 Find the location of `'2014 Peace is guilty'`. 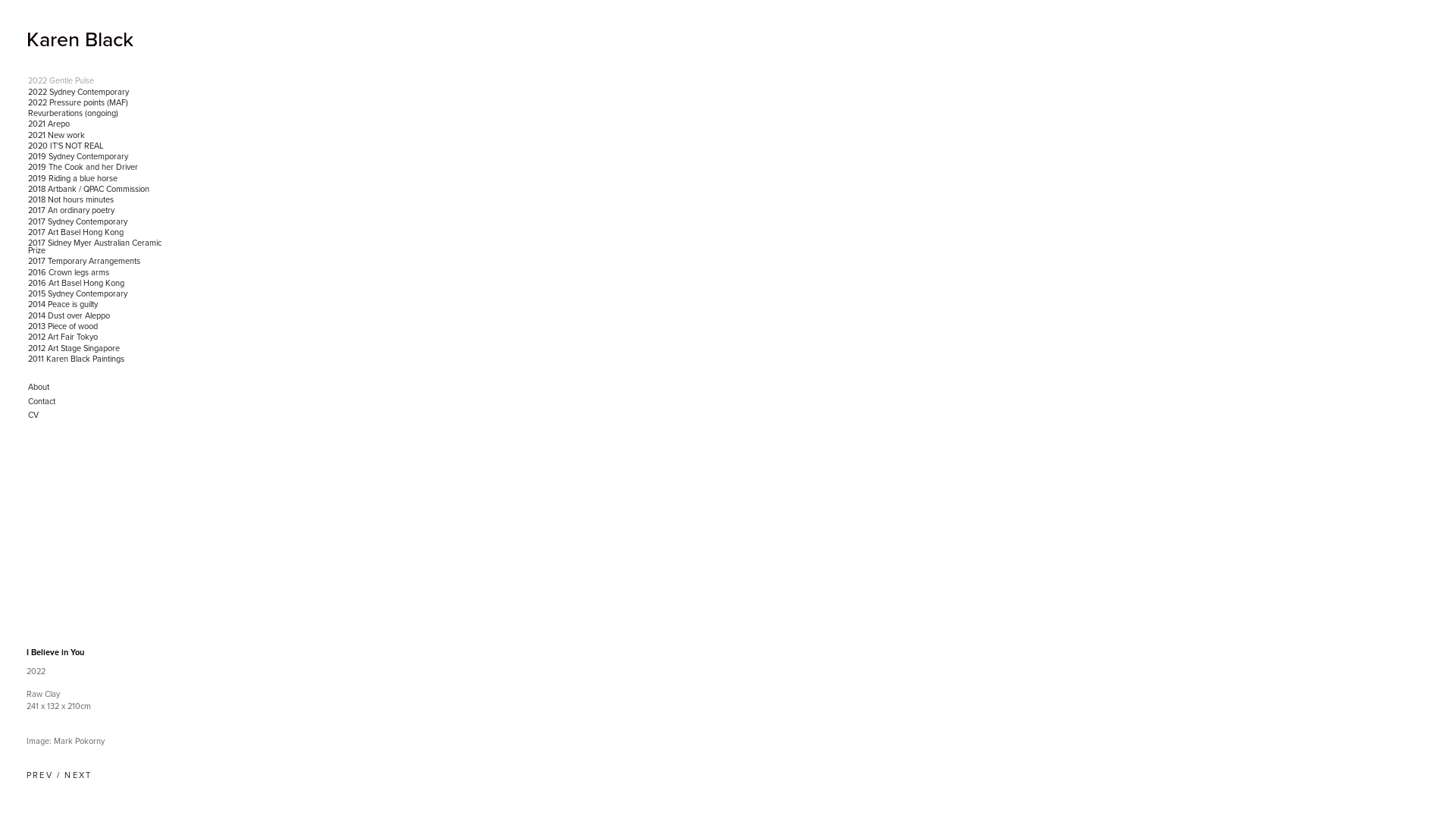

'2014 Peace is guilty' is located at coordinates (97, 304).